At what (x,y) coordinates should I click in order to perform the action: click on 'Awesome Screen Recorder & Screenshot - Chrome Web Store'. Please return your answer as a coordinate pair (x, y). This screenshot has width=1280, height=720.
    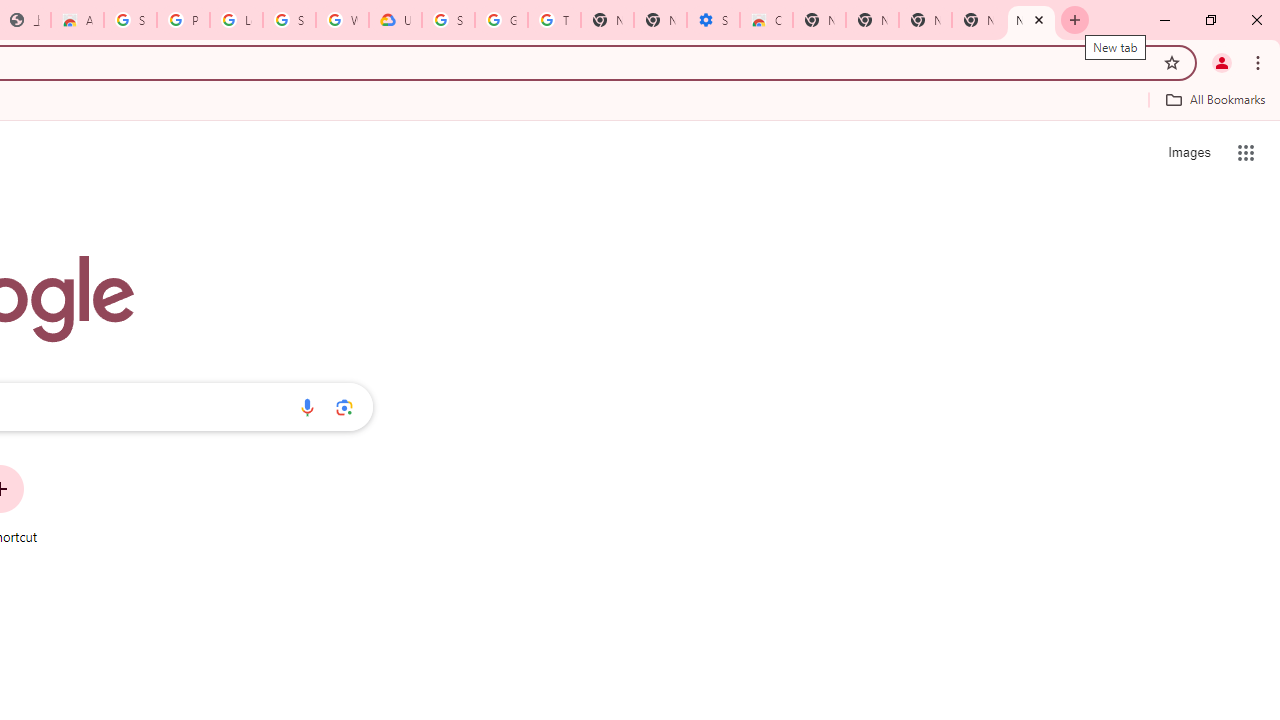
    Looking at the image, I should click on (77, 20).